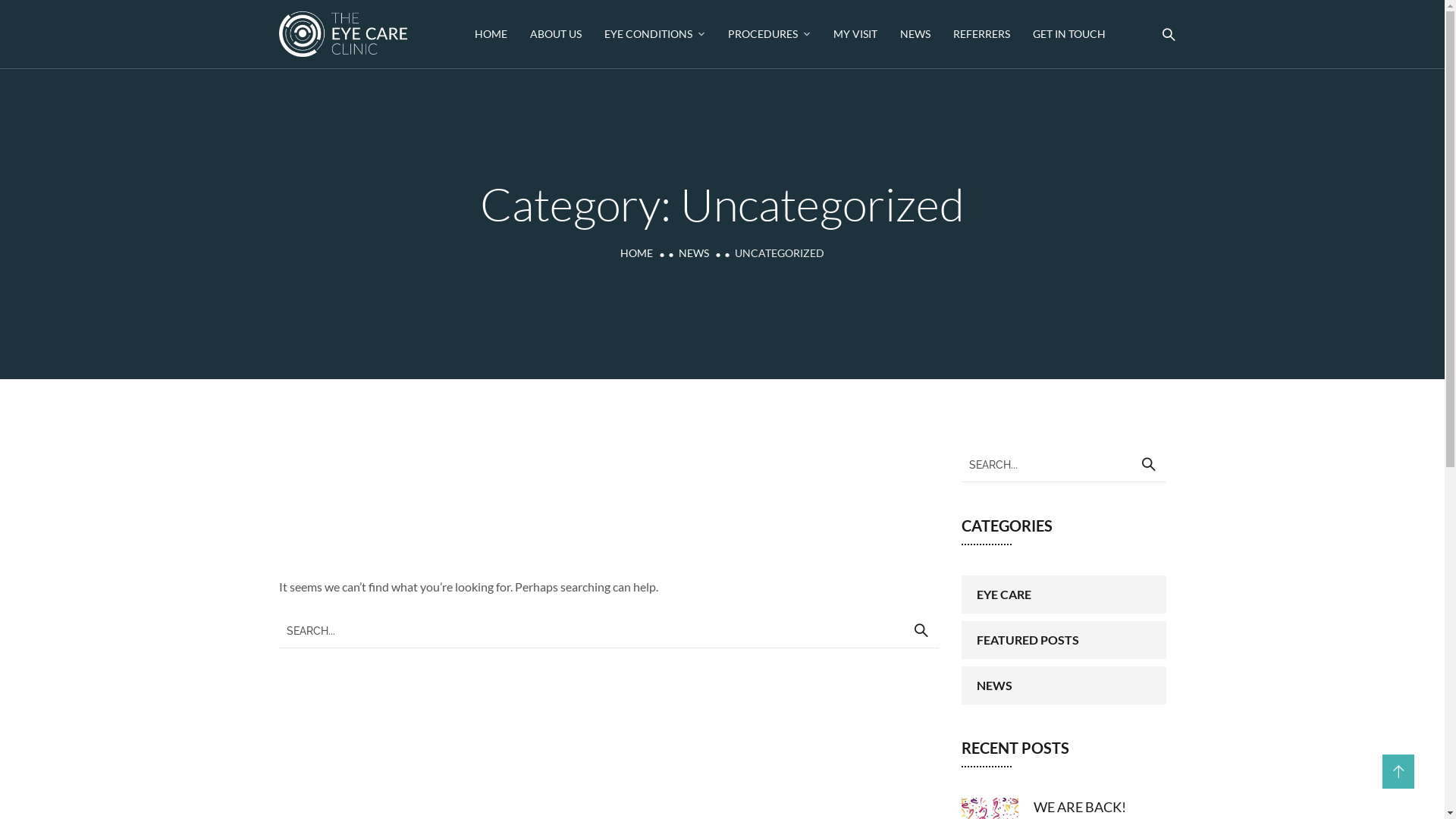 The width and height of the screenshot is (1456, 819). I want to click on 'FEATURED POSTS', so click(960, 640).